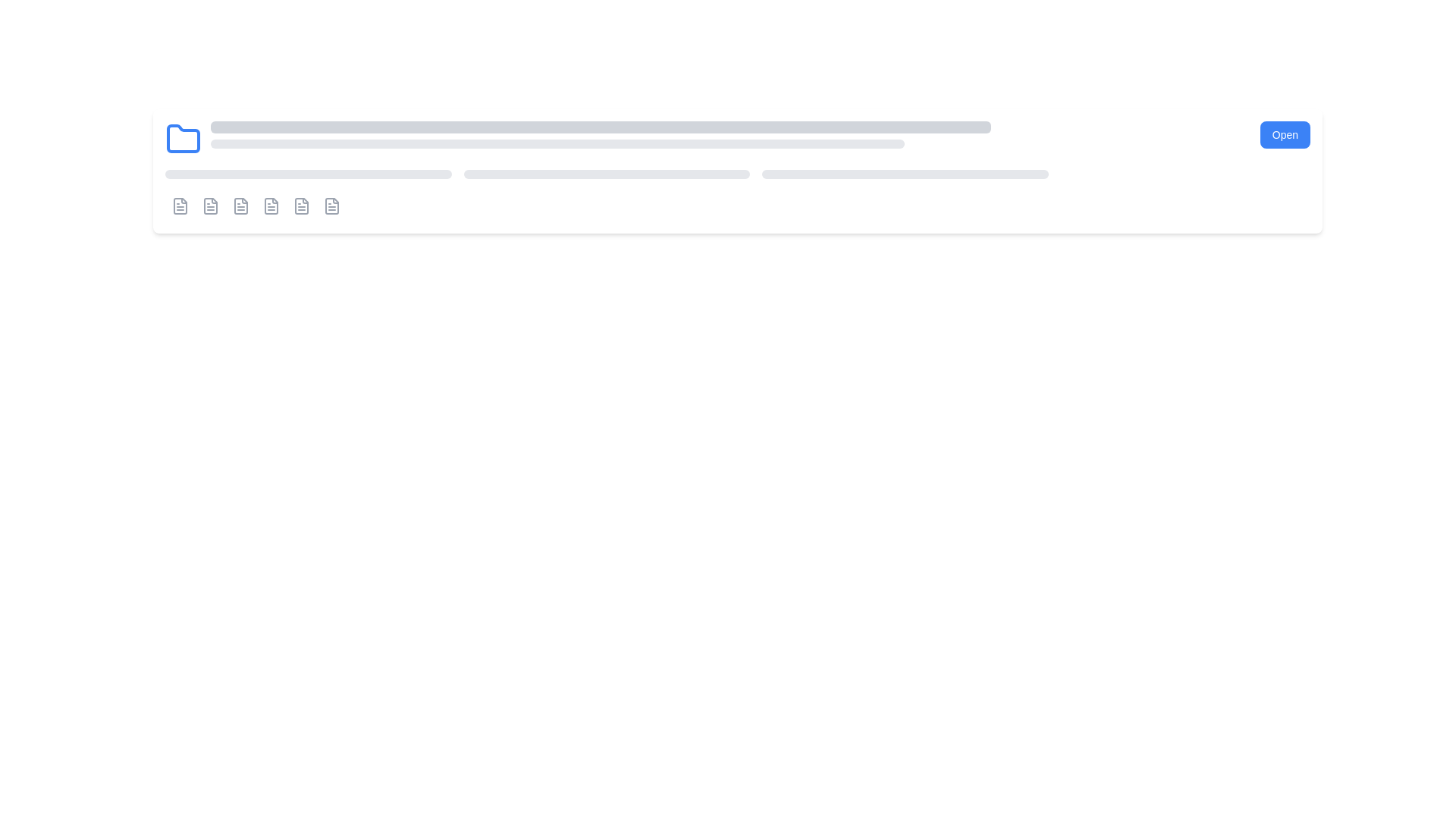 The image size is (1456, 819). I want to click on the second horizontal bar in a sequence of three light gray bars, which is a non-interactive visual design element, so click(607, 174).